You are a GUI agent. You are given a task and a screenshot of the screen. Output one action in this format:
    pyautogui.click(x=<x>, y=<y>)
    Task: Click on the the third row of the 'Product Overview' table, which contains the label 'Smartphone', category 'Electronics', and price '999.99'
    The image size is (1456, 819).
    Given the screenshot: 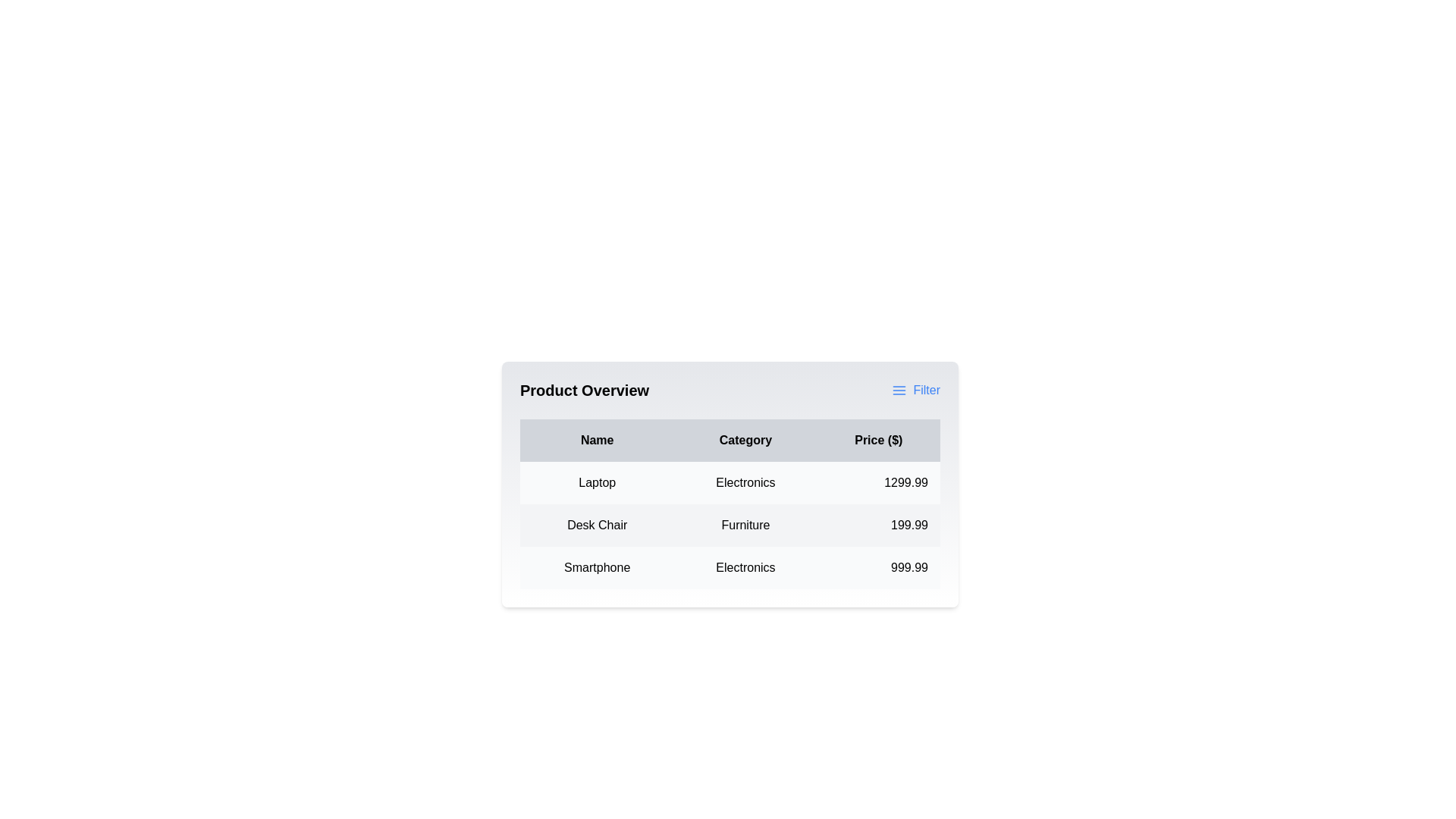 What is the action you would take?
    pyautogui.click(x=730, y=567)
    